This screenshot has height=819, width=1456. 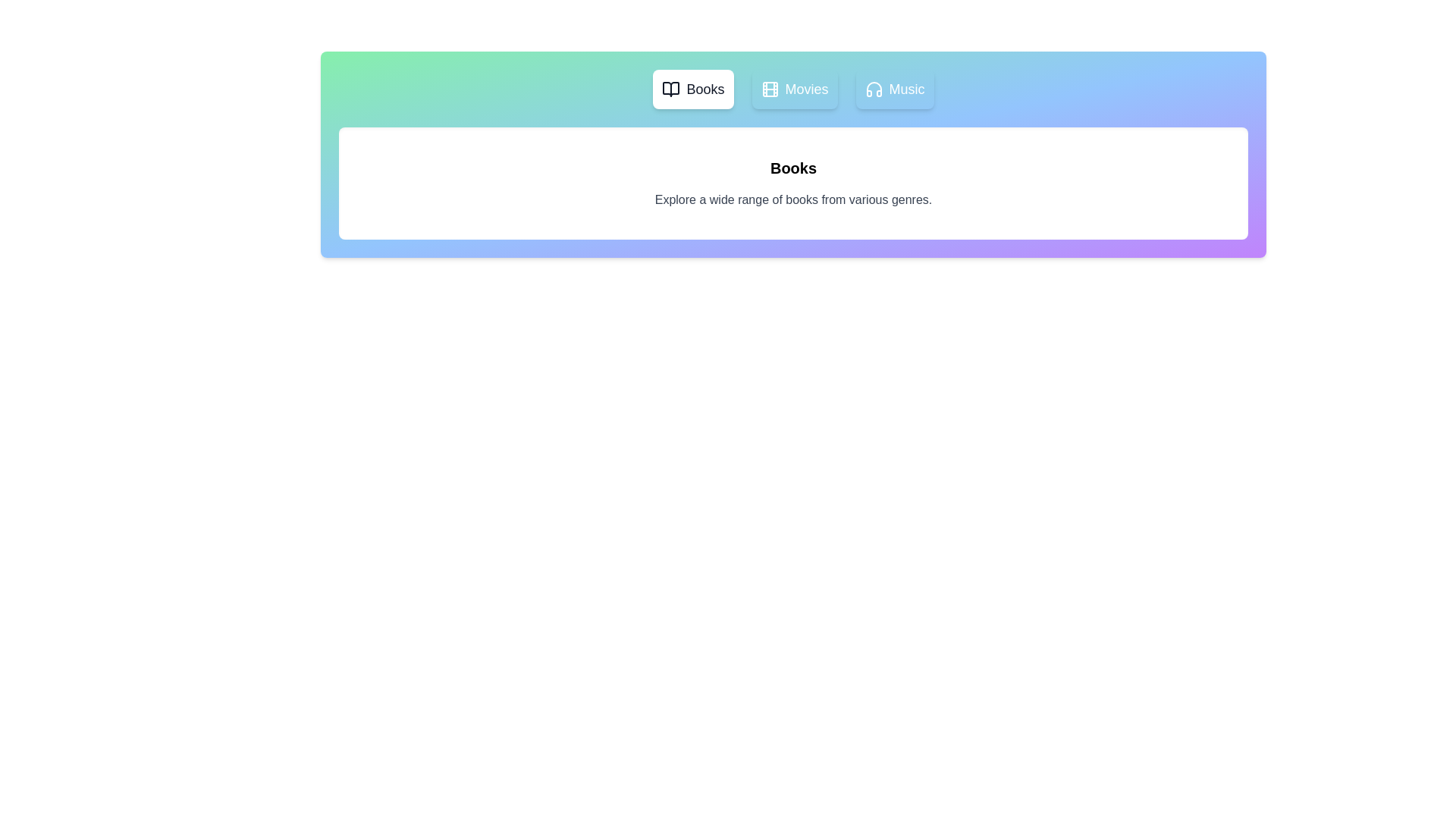 I want to click on the Music tab to view its hover effect, so click(x=895, y=89).